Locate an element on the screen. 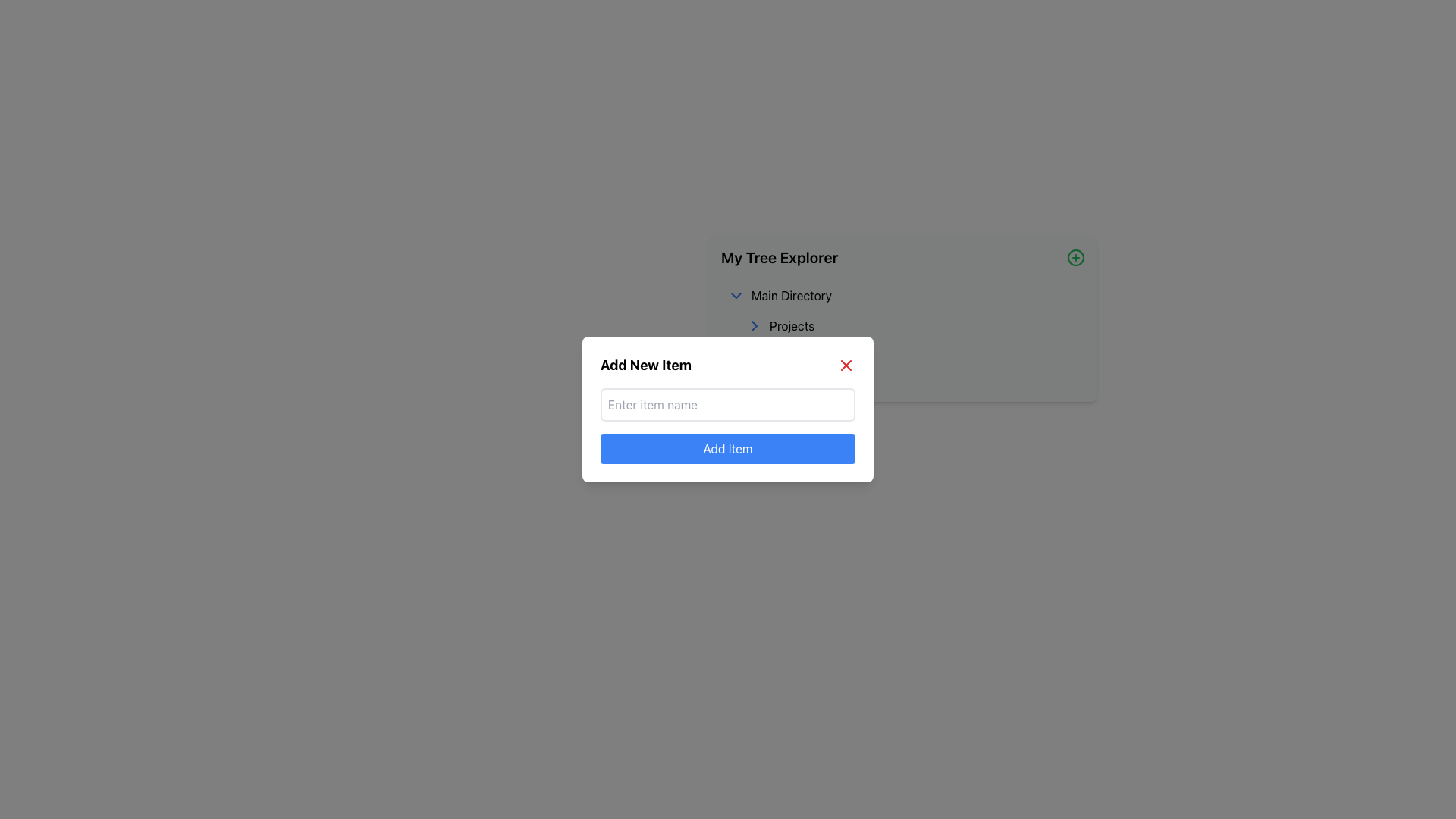 The height and width of the screenshot is (819, 1456). the 'Main Directory' text label in the tree view, which is located above the 'Projects' entry and next to a chevron icon is located at coordinates (790, 295).